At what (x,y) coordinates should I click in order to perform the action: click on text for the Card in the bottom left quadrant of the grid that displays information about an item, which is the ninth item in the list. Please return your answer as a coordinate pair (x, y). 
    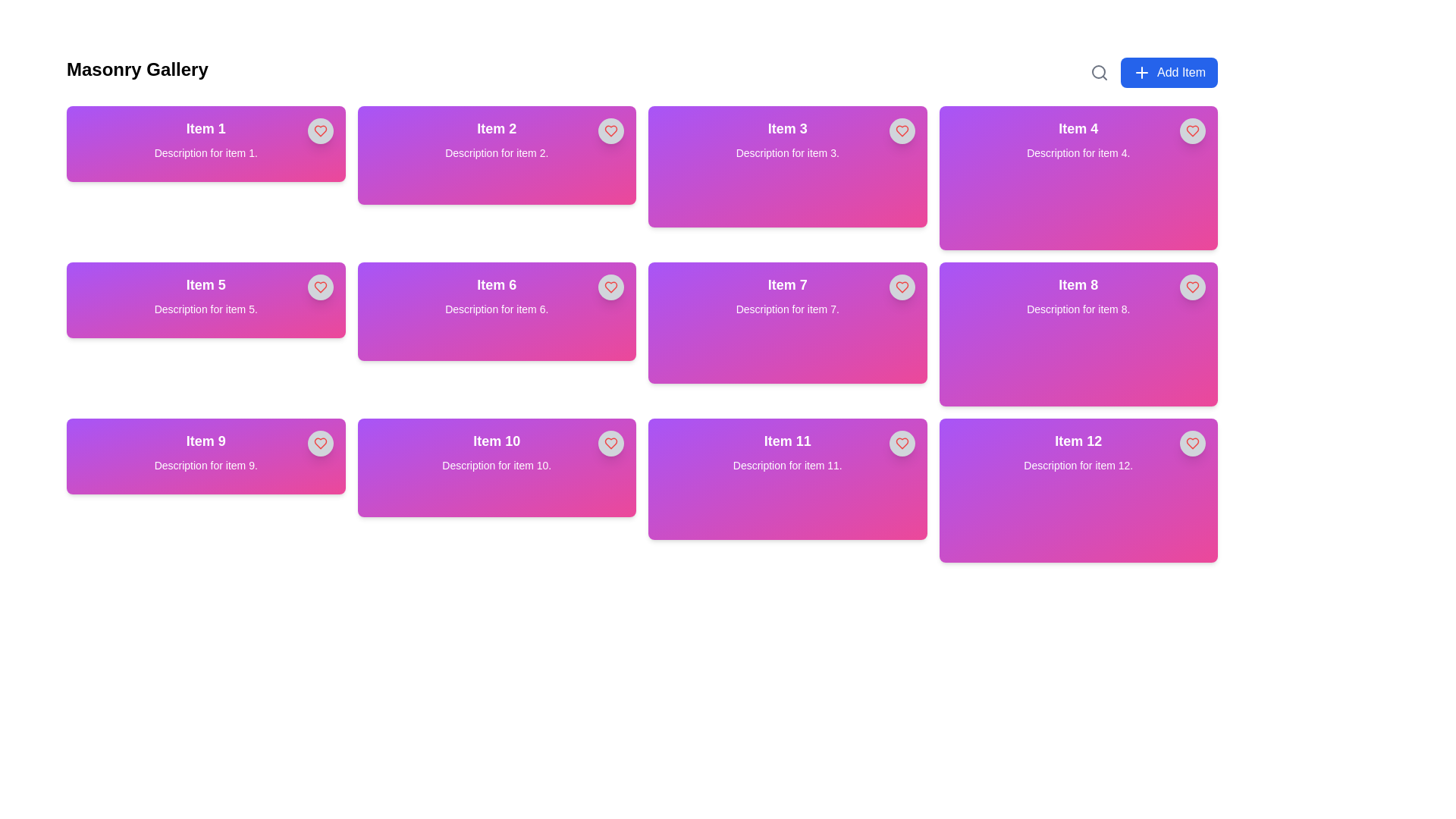
    Looking at the image, I should click on (205, 455).